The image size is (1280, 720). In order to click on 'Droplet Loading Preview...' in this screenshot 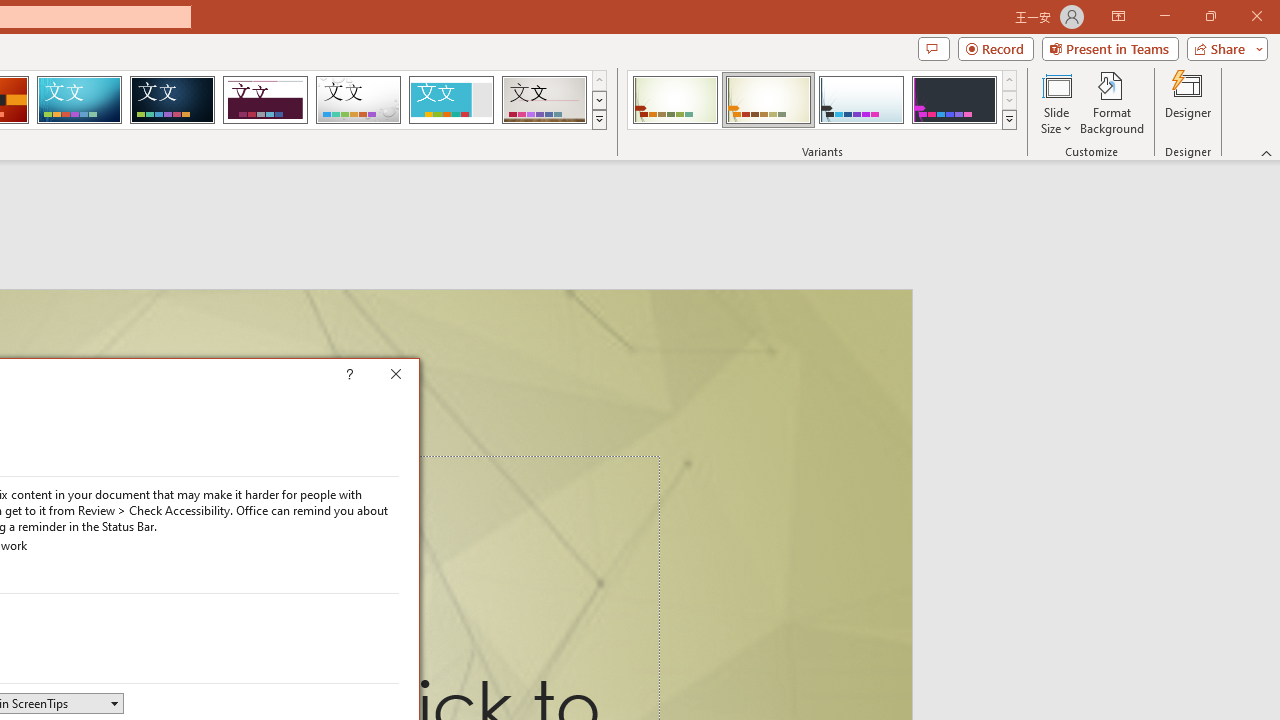, I will do `click(358, 100)`.